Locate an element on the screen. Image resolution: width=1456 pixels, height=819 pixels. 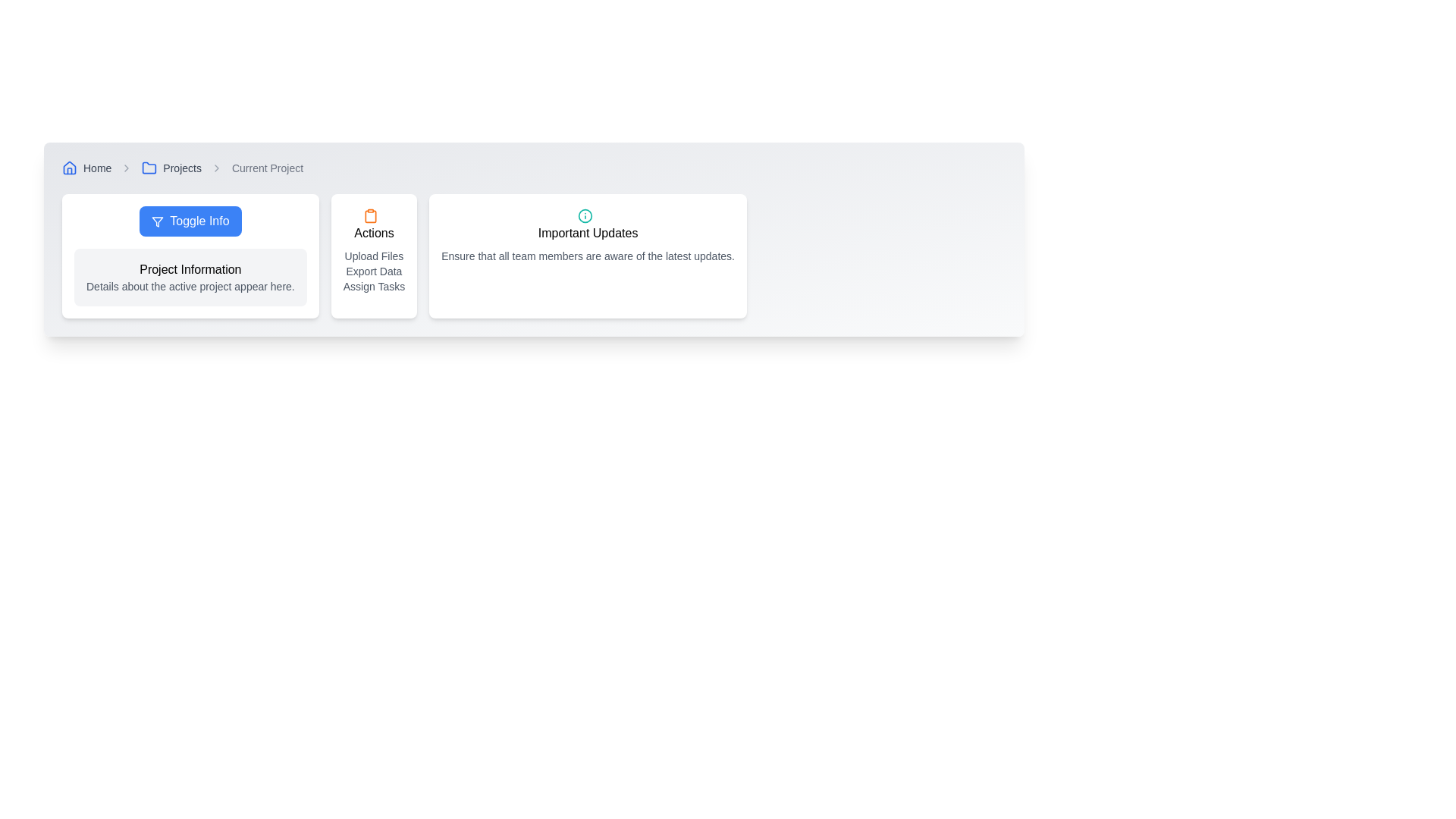
the blue 'Toggle Info' button with white text and a filter icon is located at coordinates (190, 221).